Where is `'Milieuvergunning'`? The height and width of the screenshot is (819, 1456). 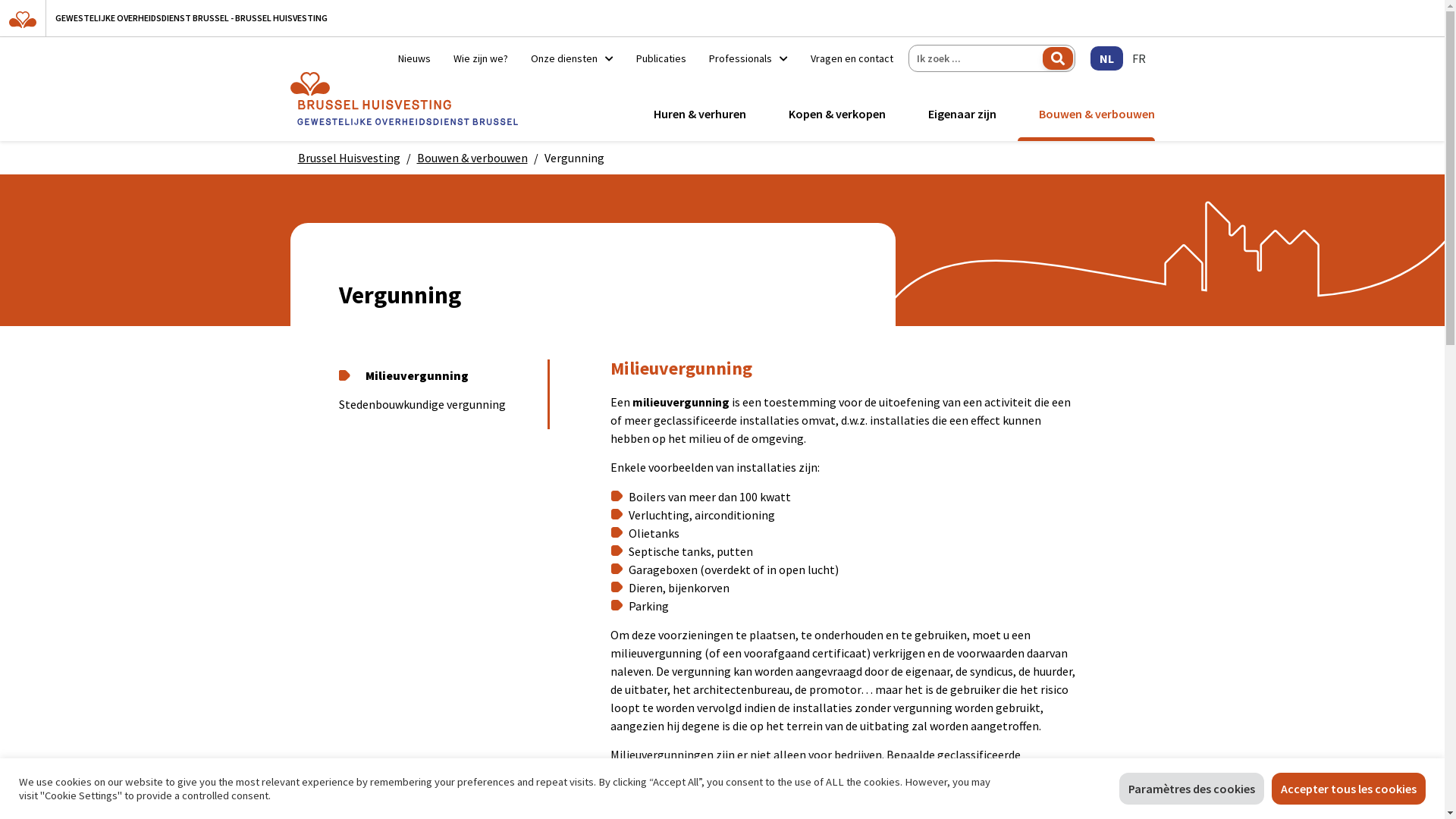 'Milieuvergunning' is located at coordinates (435, 375).